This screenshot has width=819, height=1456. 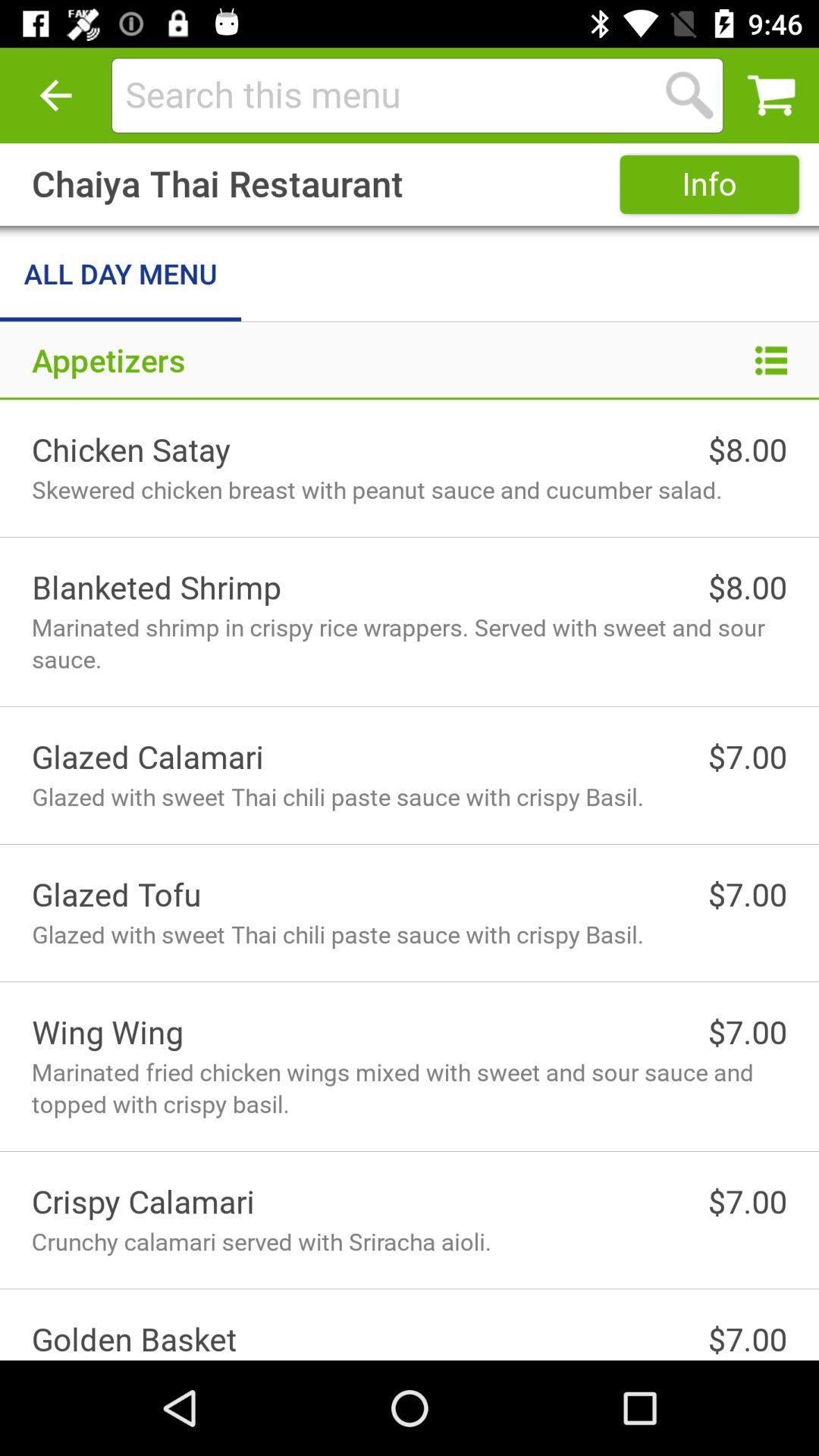 I want to click on item above the chaiya thai restaurant icon, so click(x=55, y=94).